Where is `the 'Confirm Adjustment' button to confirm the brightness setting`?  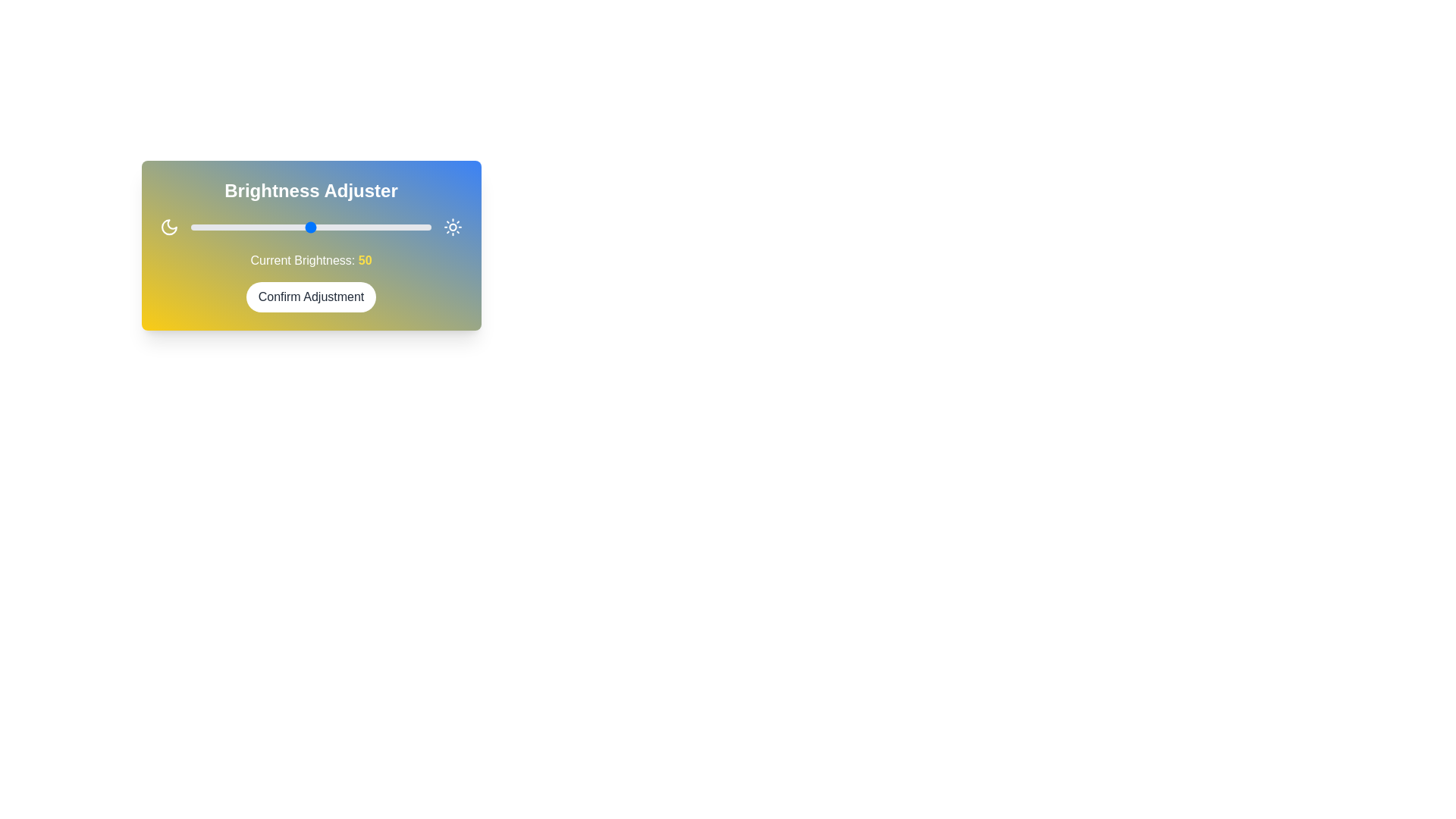 the 'Confirm Adjustment' button to confirm the brightness setting is located at coordinates (310, 297).